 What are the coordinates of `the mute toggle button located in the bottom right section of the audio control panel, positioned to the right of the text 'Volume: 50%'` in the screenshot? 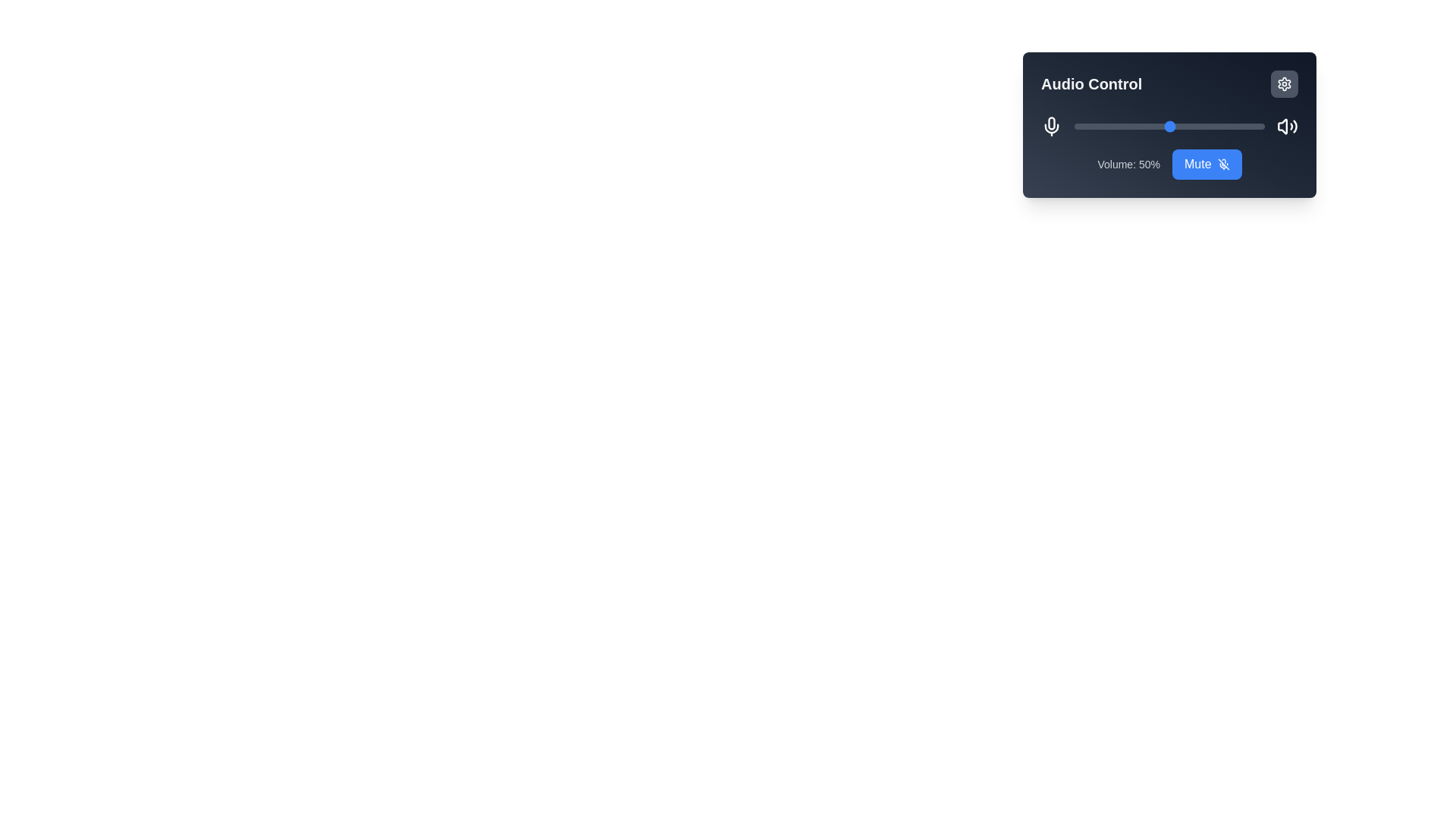 It's located at (1206, 164).